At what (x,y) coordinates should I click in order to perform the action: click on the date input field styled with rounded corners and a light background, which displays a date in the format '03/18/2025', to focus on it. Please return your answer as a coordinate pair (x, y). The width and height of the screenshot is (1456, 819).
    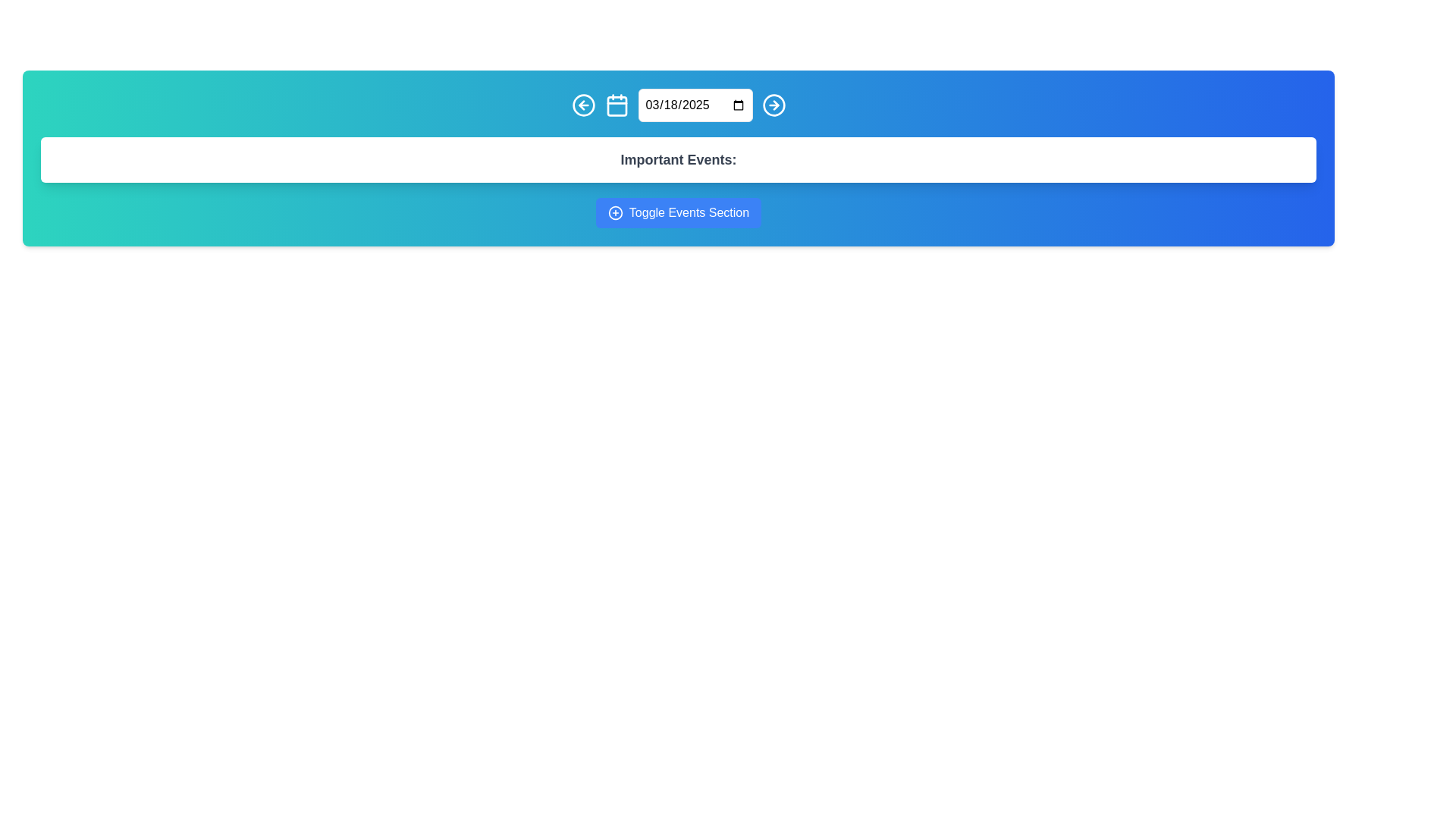
    Looking at the image, I should click on (677, 104).